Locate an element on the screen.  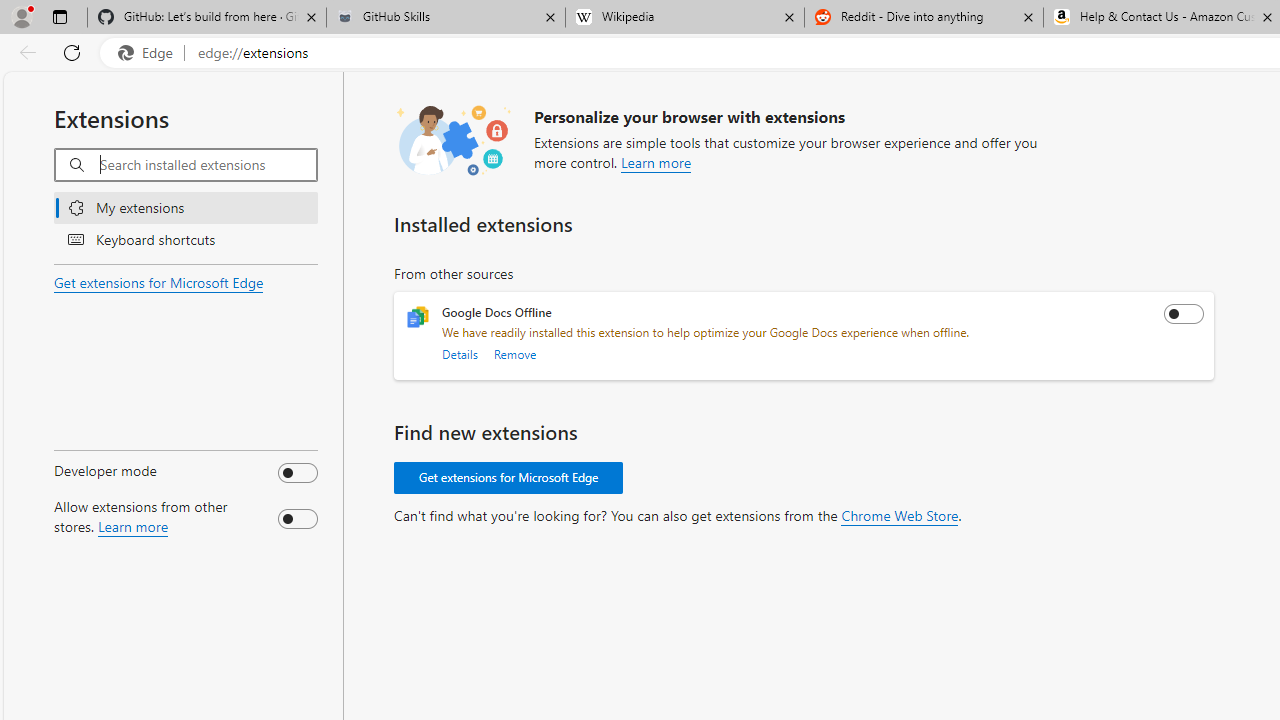
'Edge' is located at coordinates (149, 52).